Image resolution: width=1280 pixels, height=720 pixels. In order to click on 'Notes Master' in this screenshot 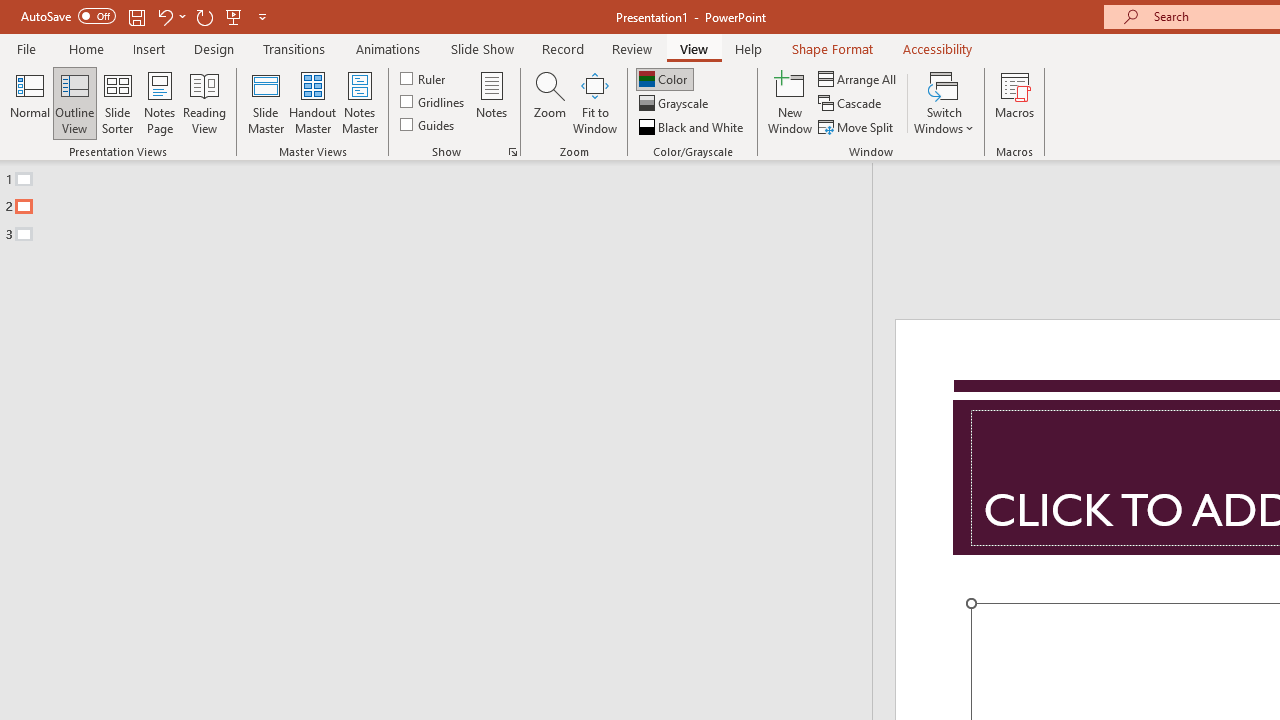, I will do `click(360, 103)`.